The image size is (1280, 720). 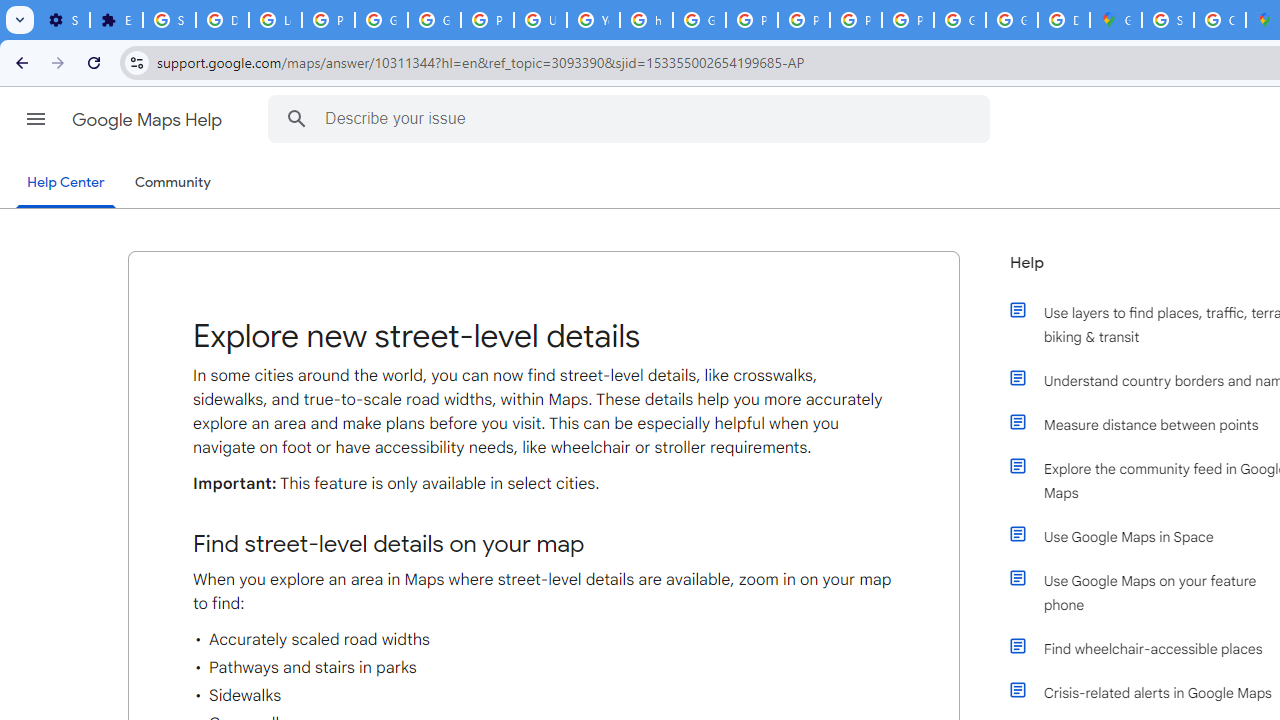 What do you see at coordinates (169, 20) in the screenshot?
I see `'Sign in - Google Accounts'` at bounding box center [169, 20].